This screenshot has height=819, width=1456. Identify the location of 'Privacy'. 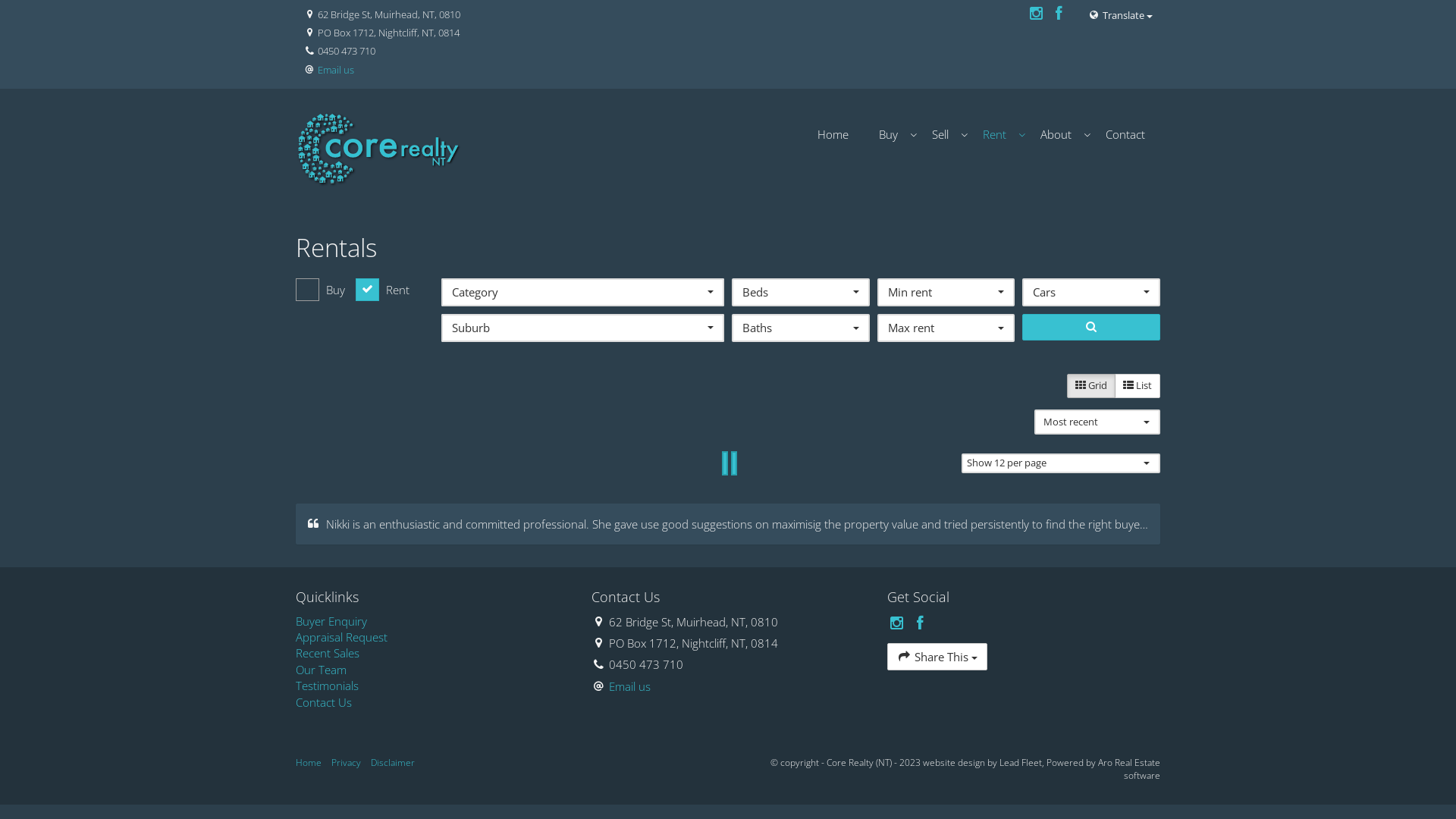
(345, 762).